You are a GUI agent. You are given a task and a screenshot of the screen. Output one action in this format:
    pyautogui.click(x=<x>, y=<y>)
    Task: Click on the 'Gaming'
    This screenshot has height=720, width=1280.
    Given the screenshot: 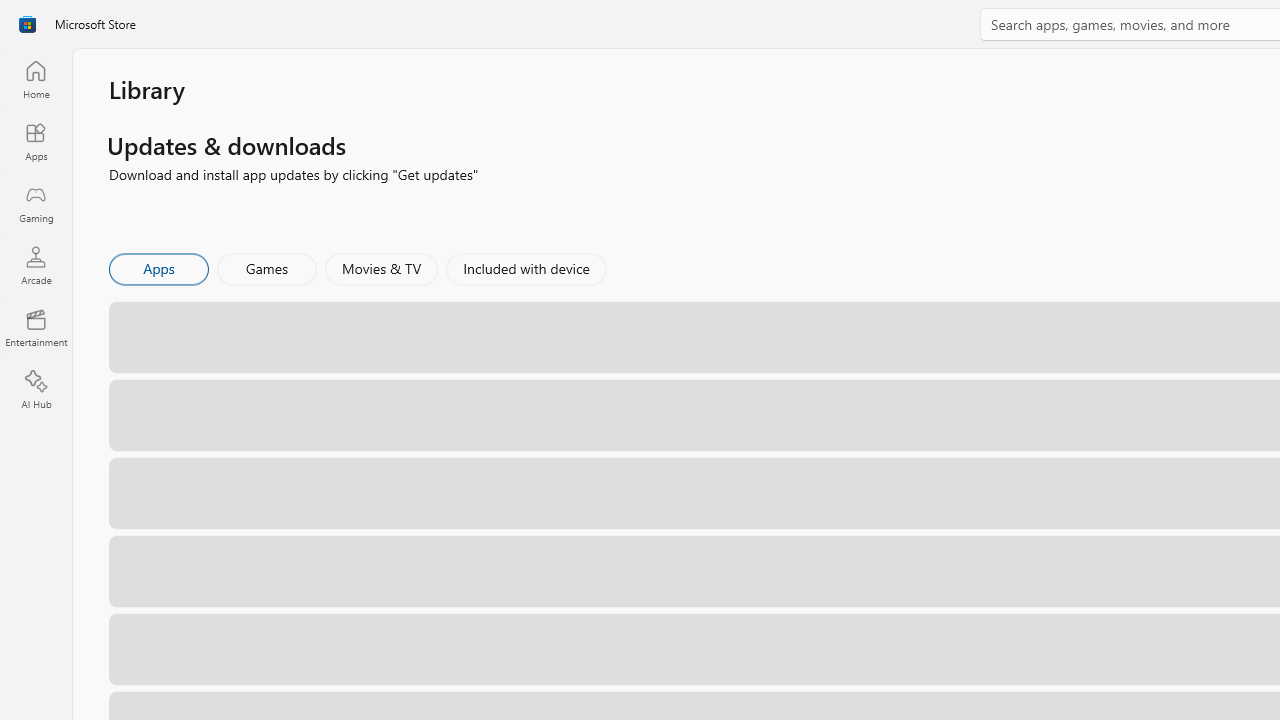 What is the action you would take?
    pyautogui.click(x=35, y=203)
    